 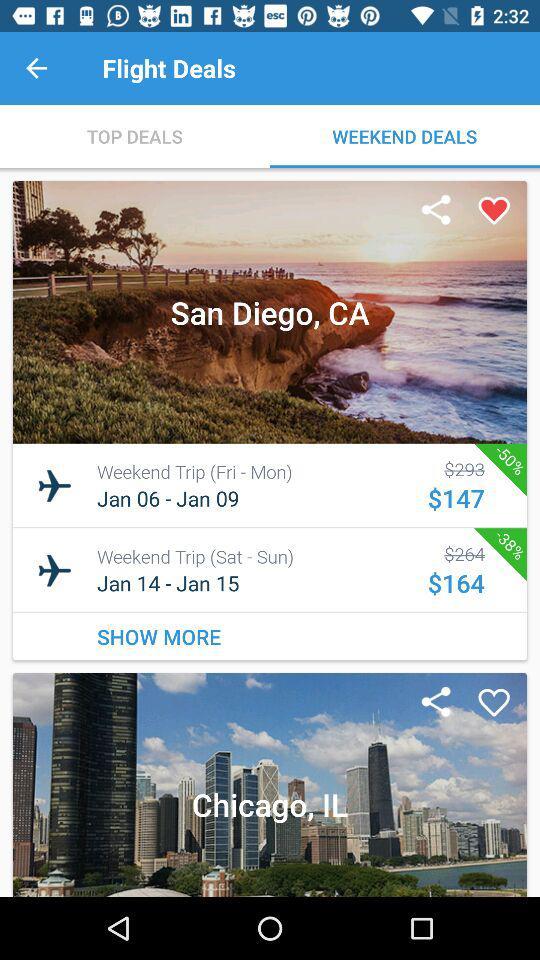 What do you see at coordinates (270, 635) in the screenshot?
I see `the show more icon` at bounding box center [270, 635].